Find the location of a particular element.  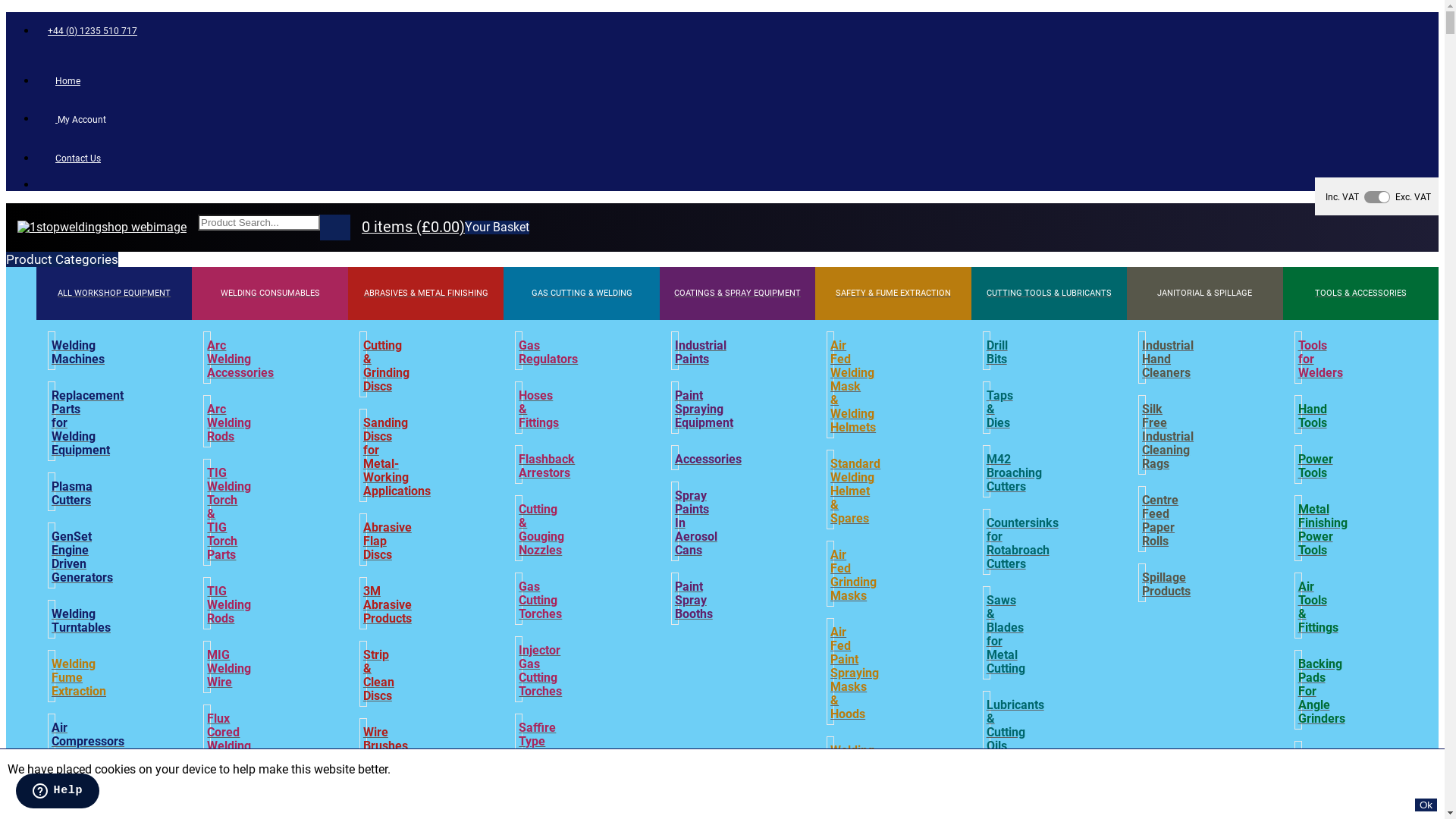

'+44 (0) 1235 510 717' is located at coordinates (91, 30).